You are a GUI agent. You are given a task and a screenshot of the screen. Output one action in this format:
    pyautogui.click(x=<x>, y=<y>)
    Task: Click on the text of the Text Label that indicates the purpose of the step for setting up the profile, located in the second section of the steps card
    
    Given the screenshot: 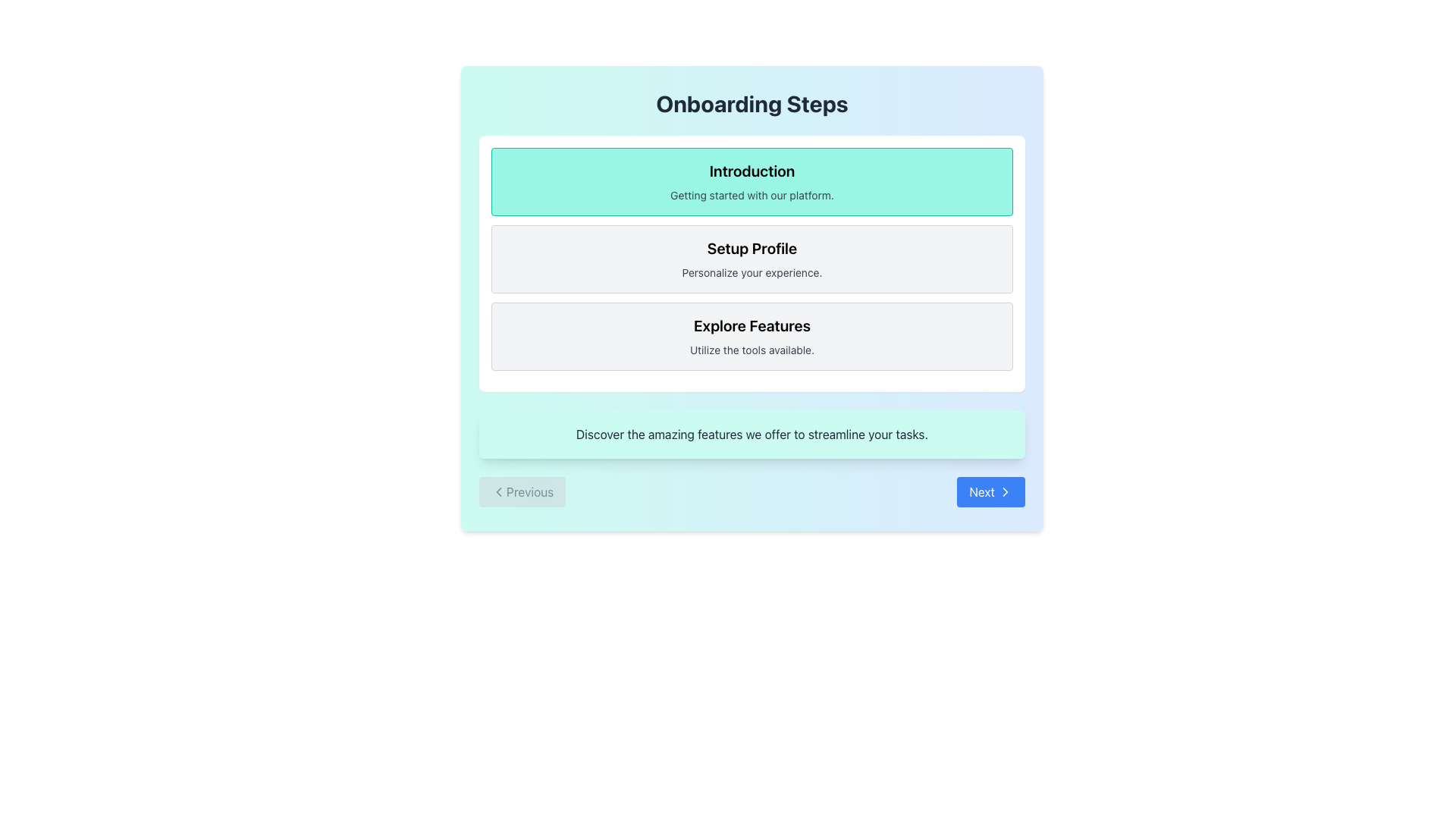 What is the action you would take?
    pyautogui.click(x=752, y=247)
    